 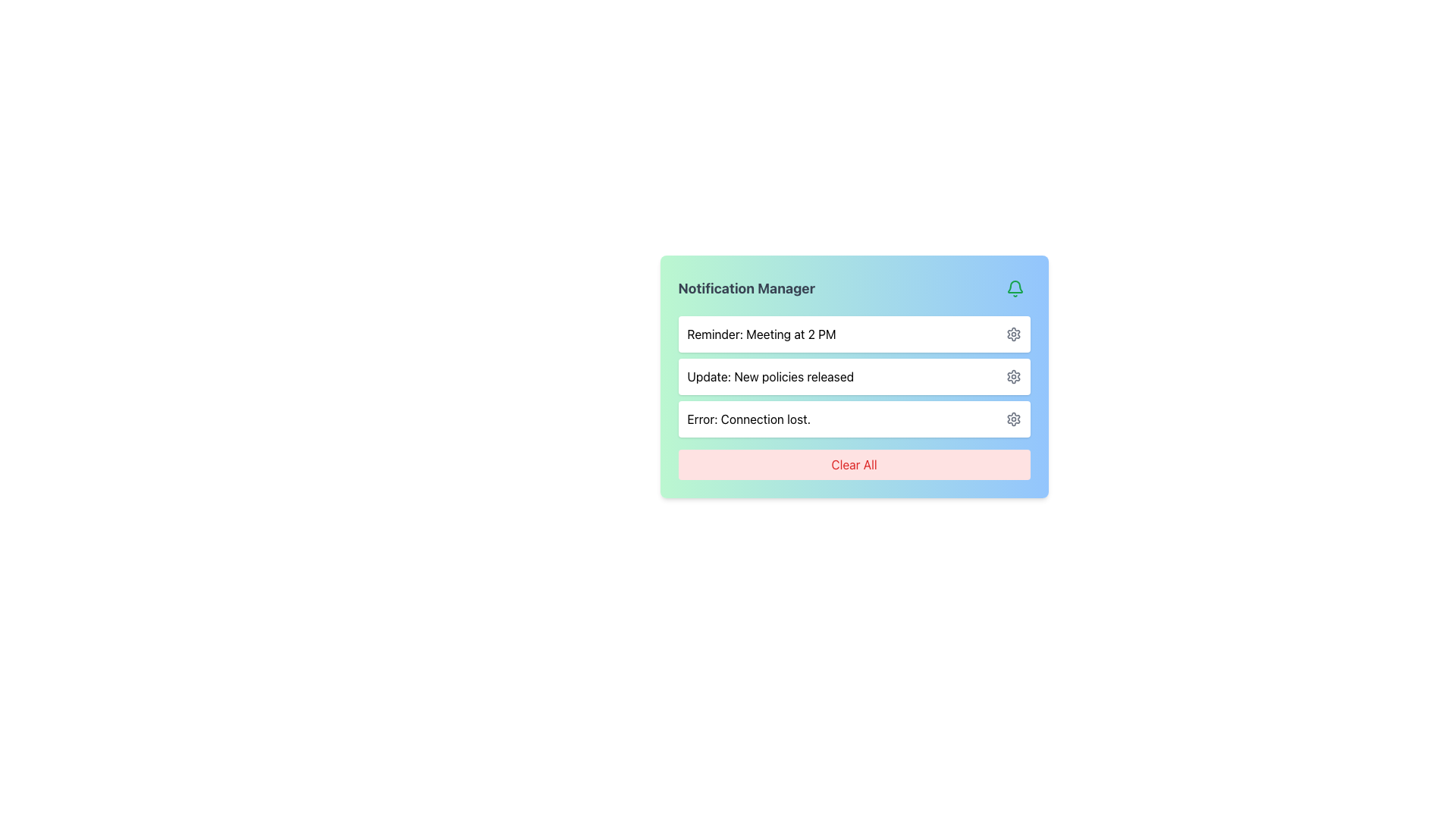 I want to click on the 'Clear All' button, which is a rectangular button with a red background and rounded corners located at the bottom of the notification panel, so click(x=854, y=464).